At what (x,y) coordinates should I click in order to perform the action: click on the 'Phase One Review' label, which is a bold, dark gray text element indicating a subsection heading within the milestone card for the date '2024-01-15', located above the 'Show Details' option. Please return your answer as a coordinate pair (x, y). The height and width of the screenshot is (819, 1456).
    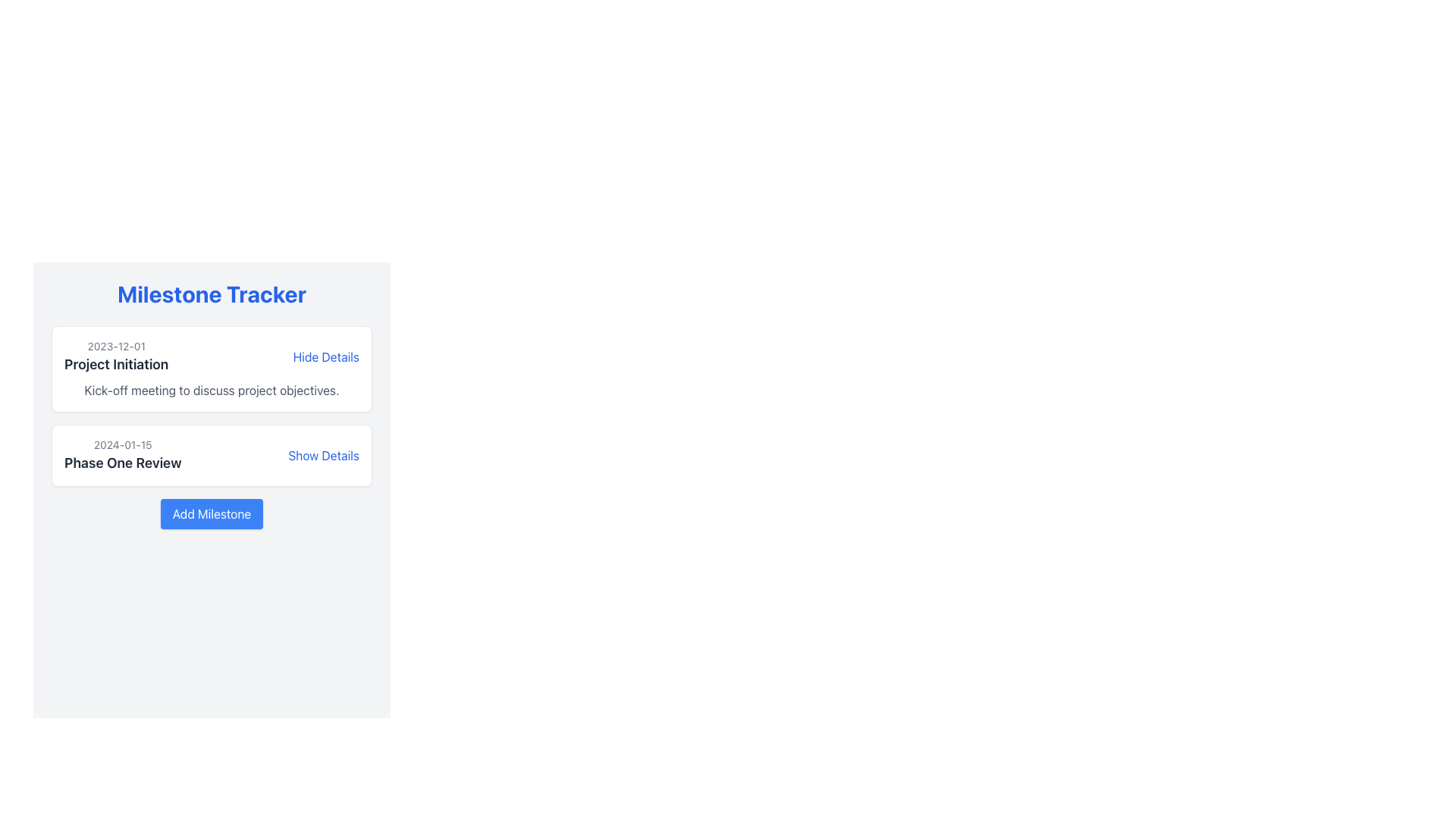
    Looking at the image, I should click on (123, 462).